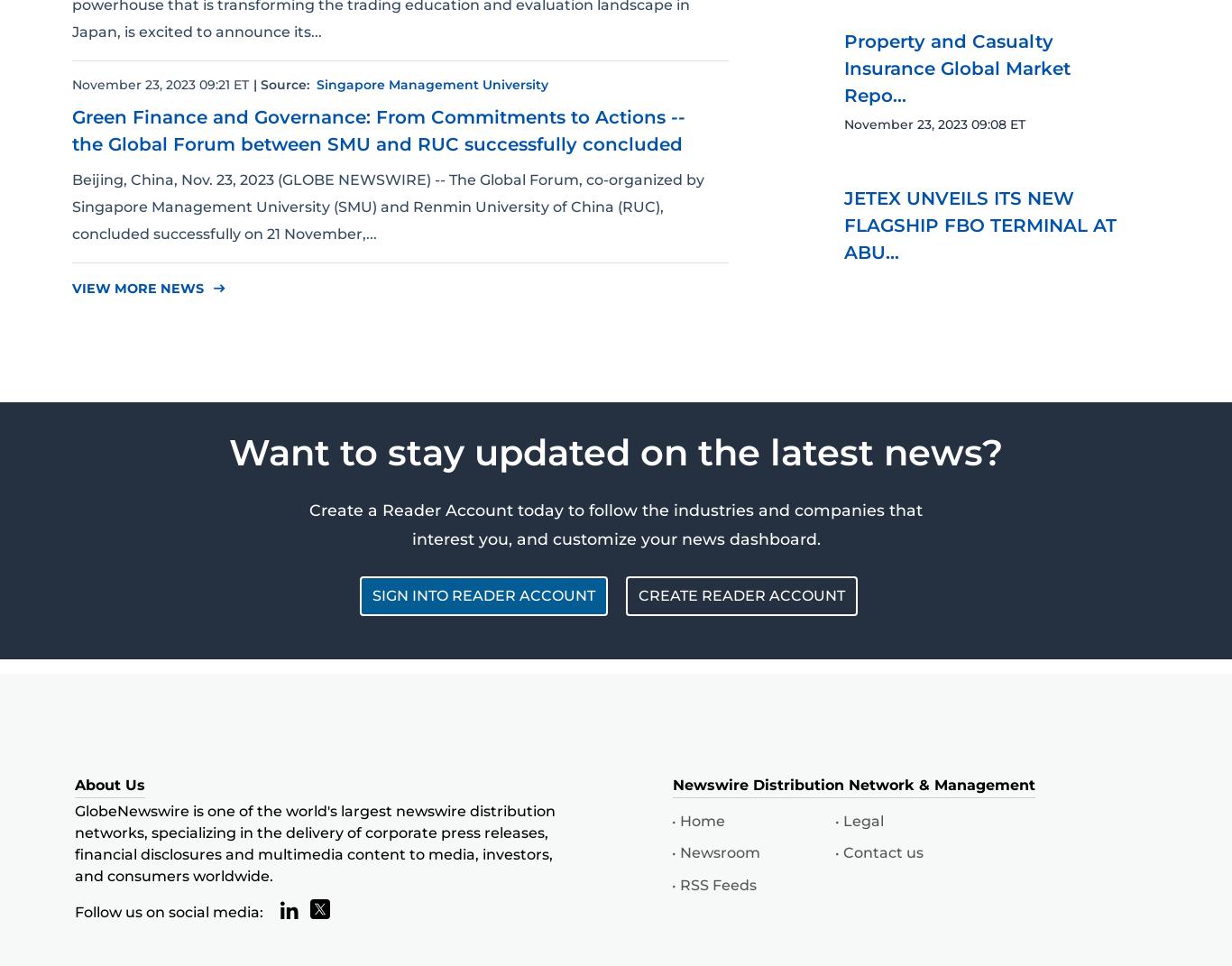 This screenshot has height=966, width=1232. Describe the element at coordinates (170, 911) in the screenshot. I see `'Follow us on social media:'` at that location.